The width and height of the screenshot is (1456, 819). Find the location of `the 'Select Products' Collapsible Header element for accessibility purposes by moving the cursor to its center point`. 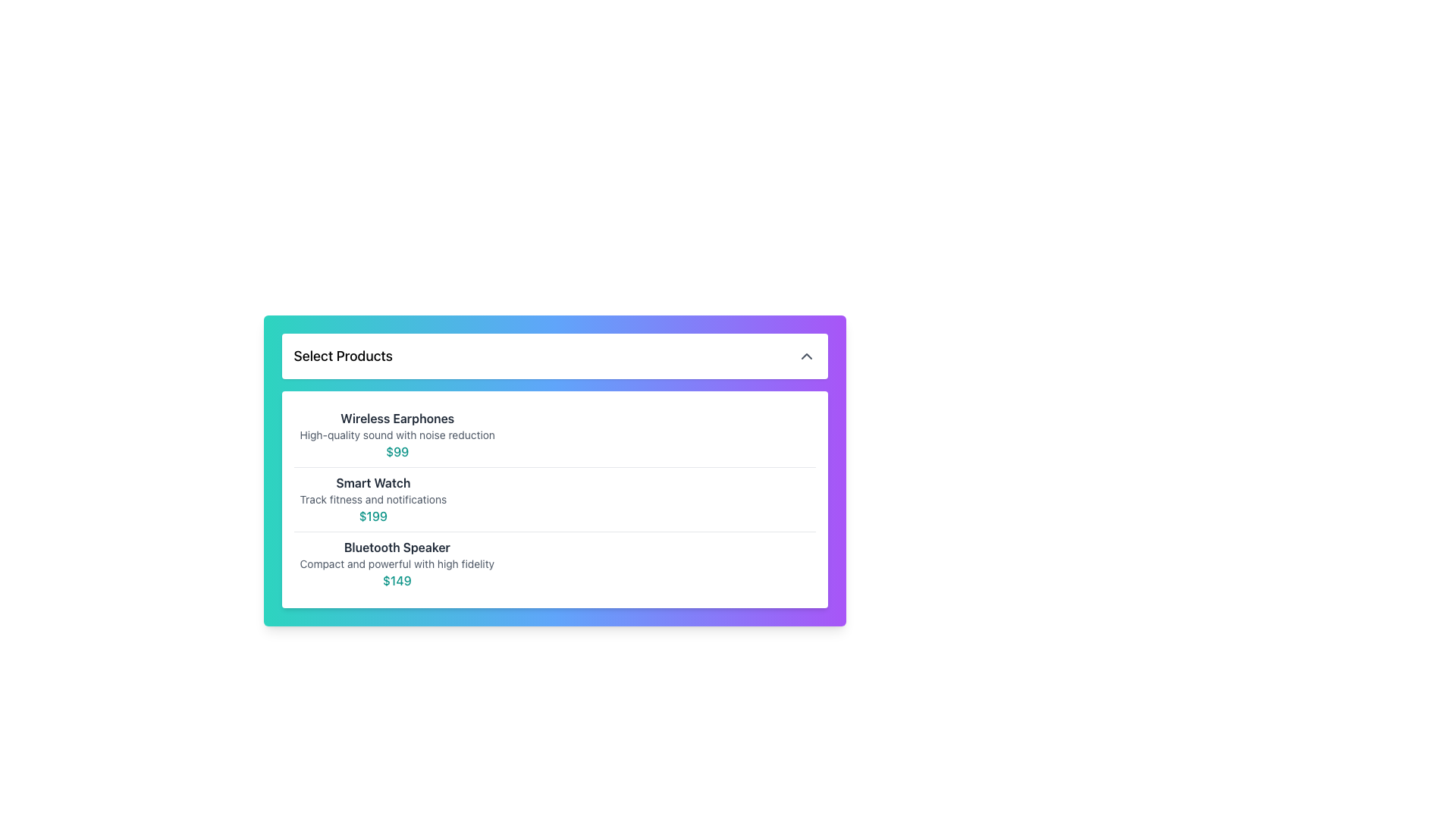

the 'Select Products' Collapsible Header element for accessibility purposes by moving the cursor to its center point is located at coordinates (554, 356).